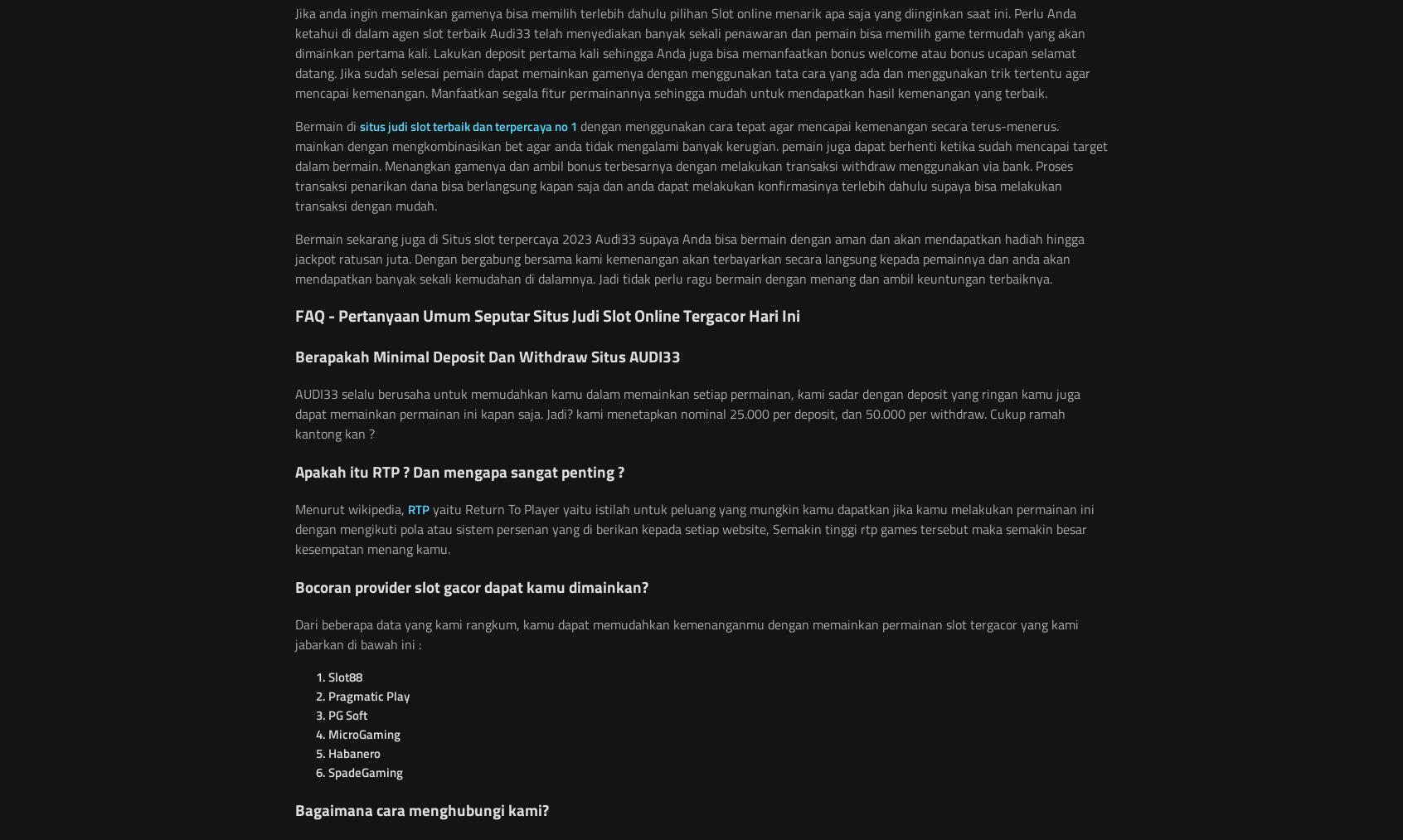 This screenshot has height=840, width=1403. Describe the element at coordinates (689, 259) in the screenshot. I see `'Bermain sekarang juga di Situs slot terpercaya 2023 Audi33 supaya Anda bisa bermain dengan aman dan akan mendapatkan hadiah hingga jackpot ratusan juta. Dengan bergabung bersama kami kemenangan akan terbayarkan secara langsung kepada pemainnya dan anda akan mendapatkan banyak sekali kemudahan di dalamnya. Jadi tidak perlu ragu bermain dengan menang dan ambil keuntungan terbaiknya.'` at that location.